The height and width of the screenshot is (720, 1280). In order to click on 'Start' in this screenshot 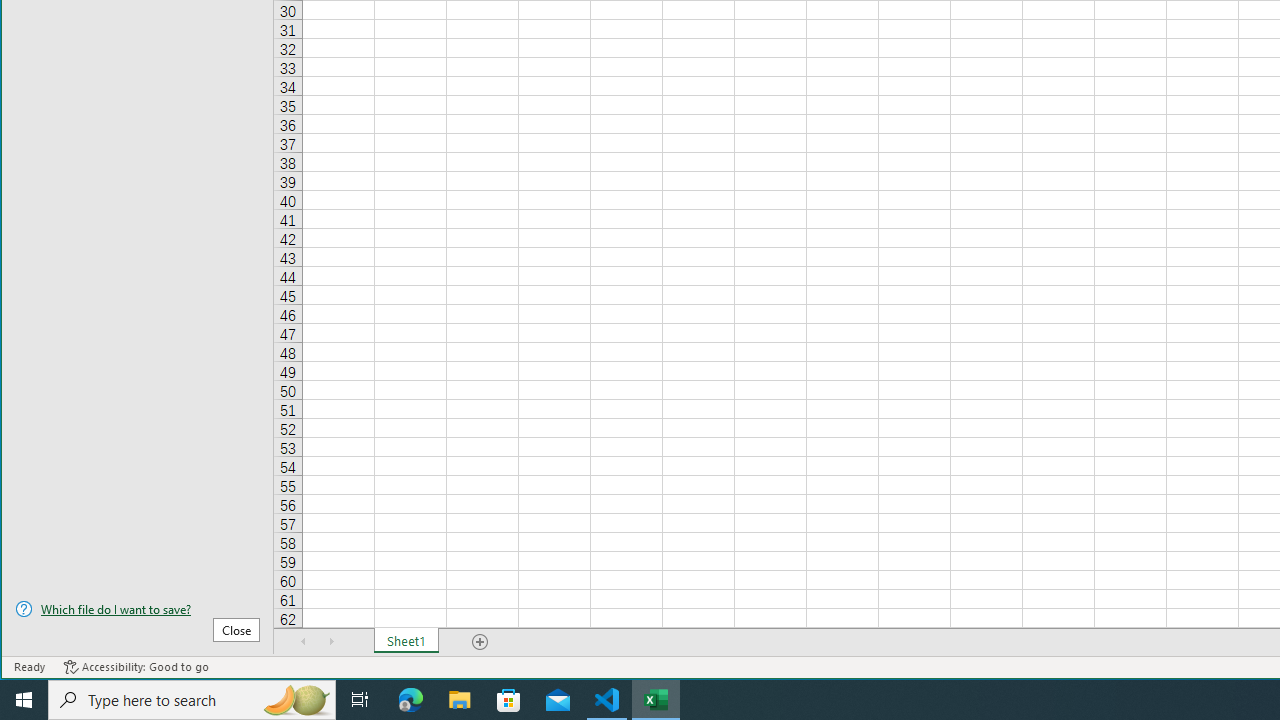, I will do `click(24, 698)`.